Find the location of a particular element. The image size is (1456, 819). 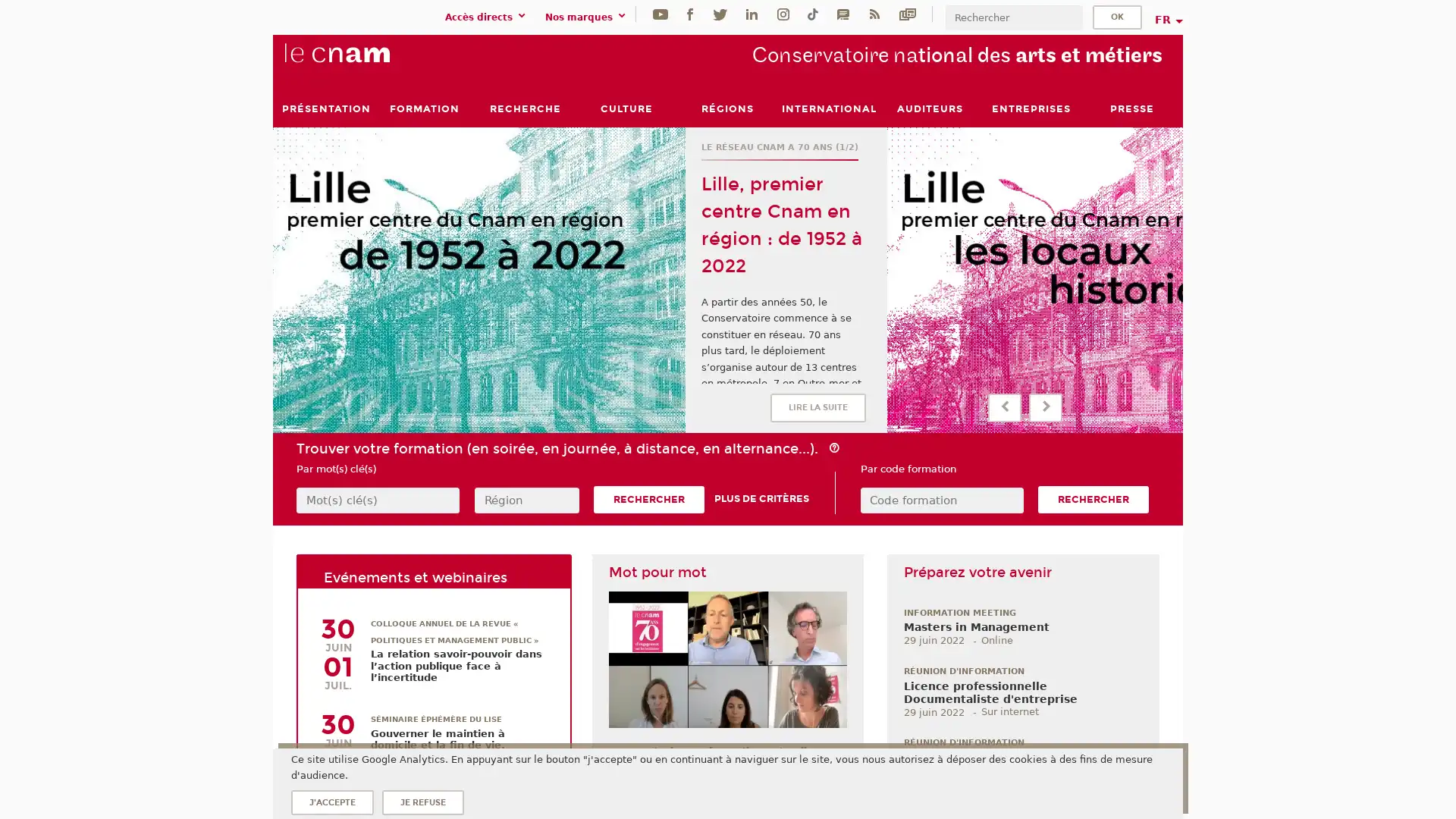

RECHERCHER is located at coordinates (1093, 500).